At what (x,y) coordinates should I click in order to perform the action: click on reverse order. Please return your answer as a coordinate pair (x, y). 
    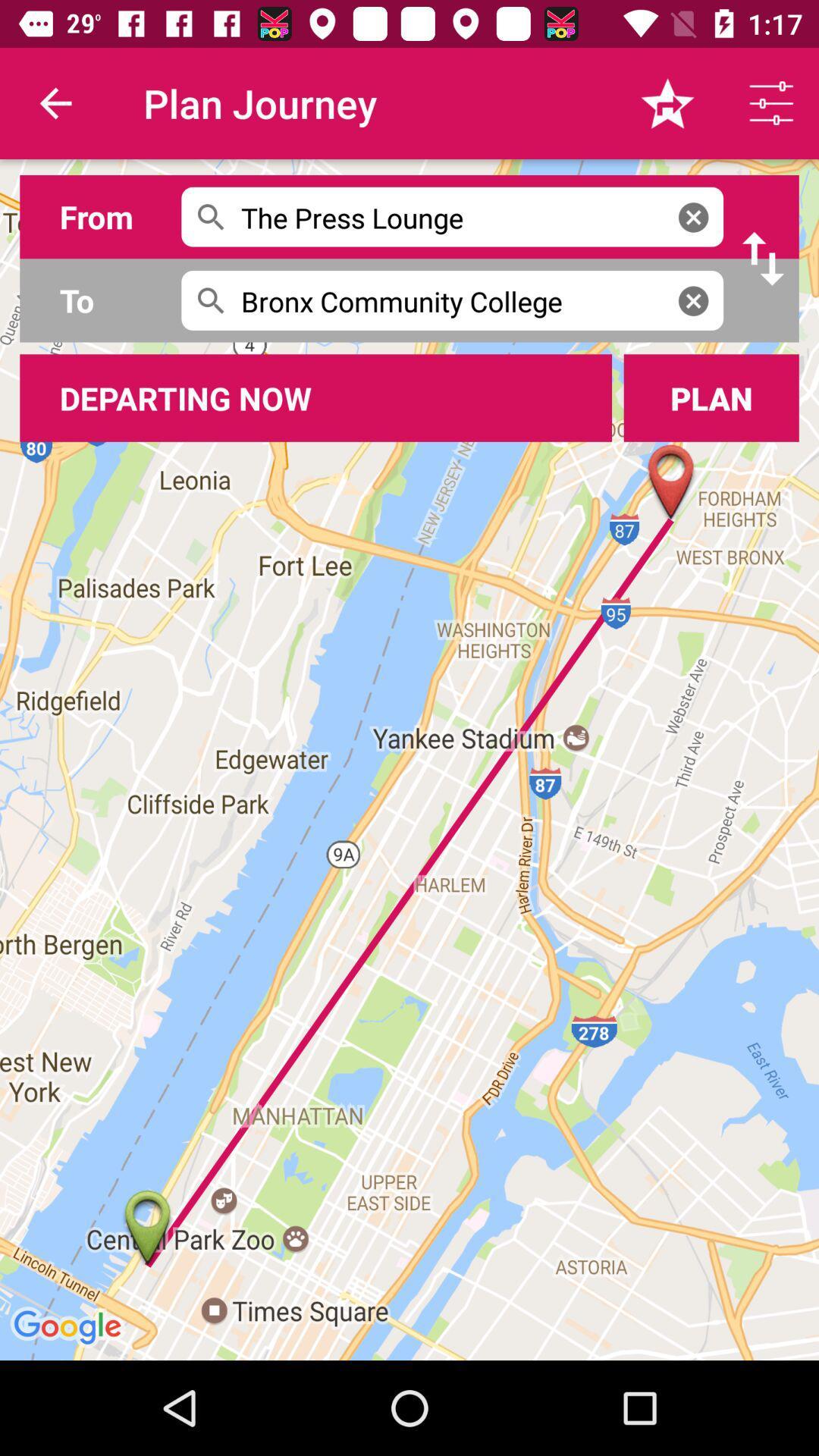
    Looking at the image, I should click on (763, 259).